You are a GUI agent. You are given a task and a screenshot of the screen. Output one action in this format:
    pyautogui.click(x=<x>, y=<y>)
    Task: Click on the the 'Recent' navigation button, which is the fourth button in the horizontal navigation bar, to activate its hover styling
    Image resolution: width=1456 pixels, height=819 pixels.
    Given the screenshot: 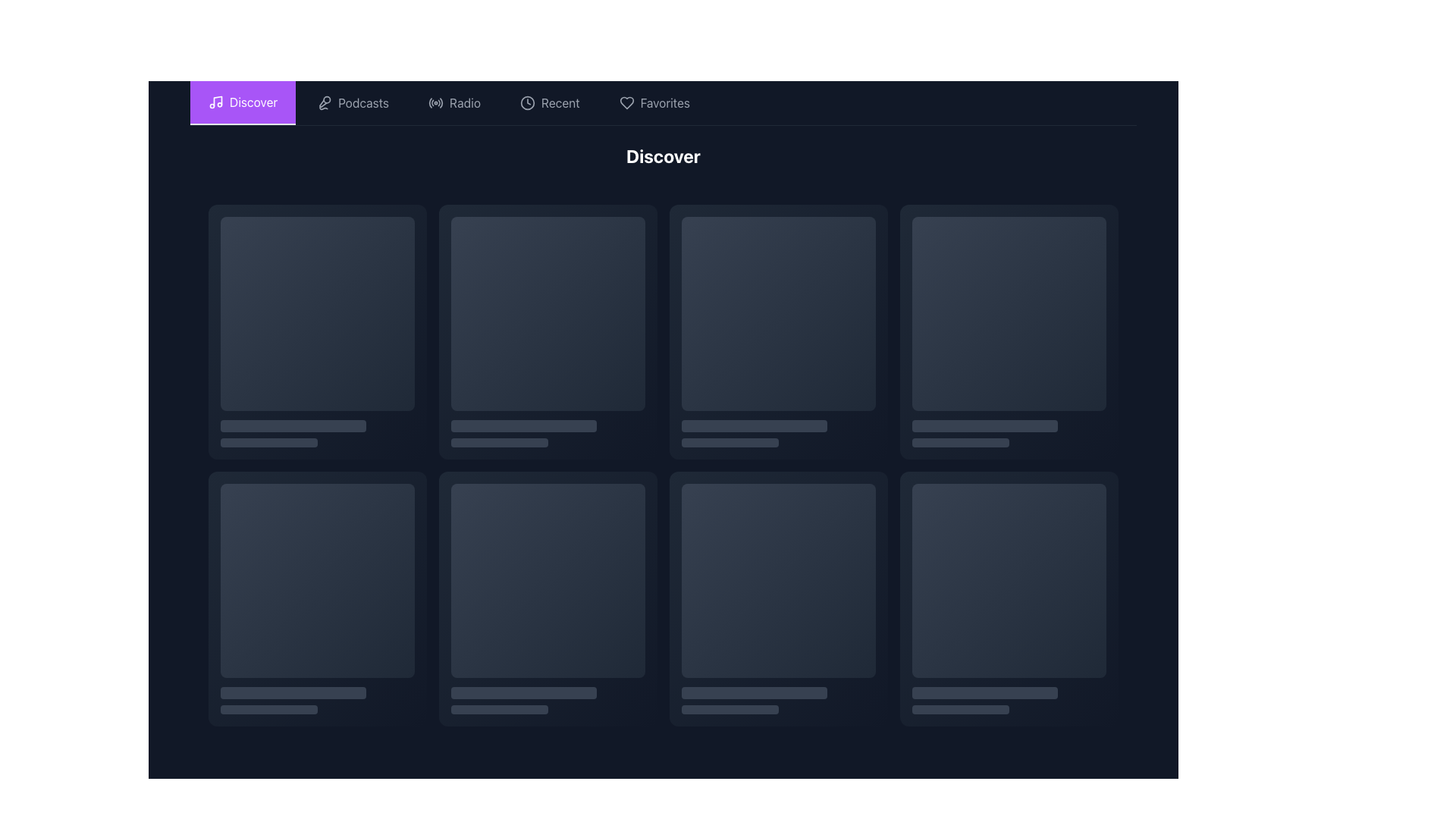 What is the action you would take?
    pyautogui.click(x=549, y=102)
    